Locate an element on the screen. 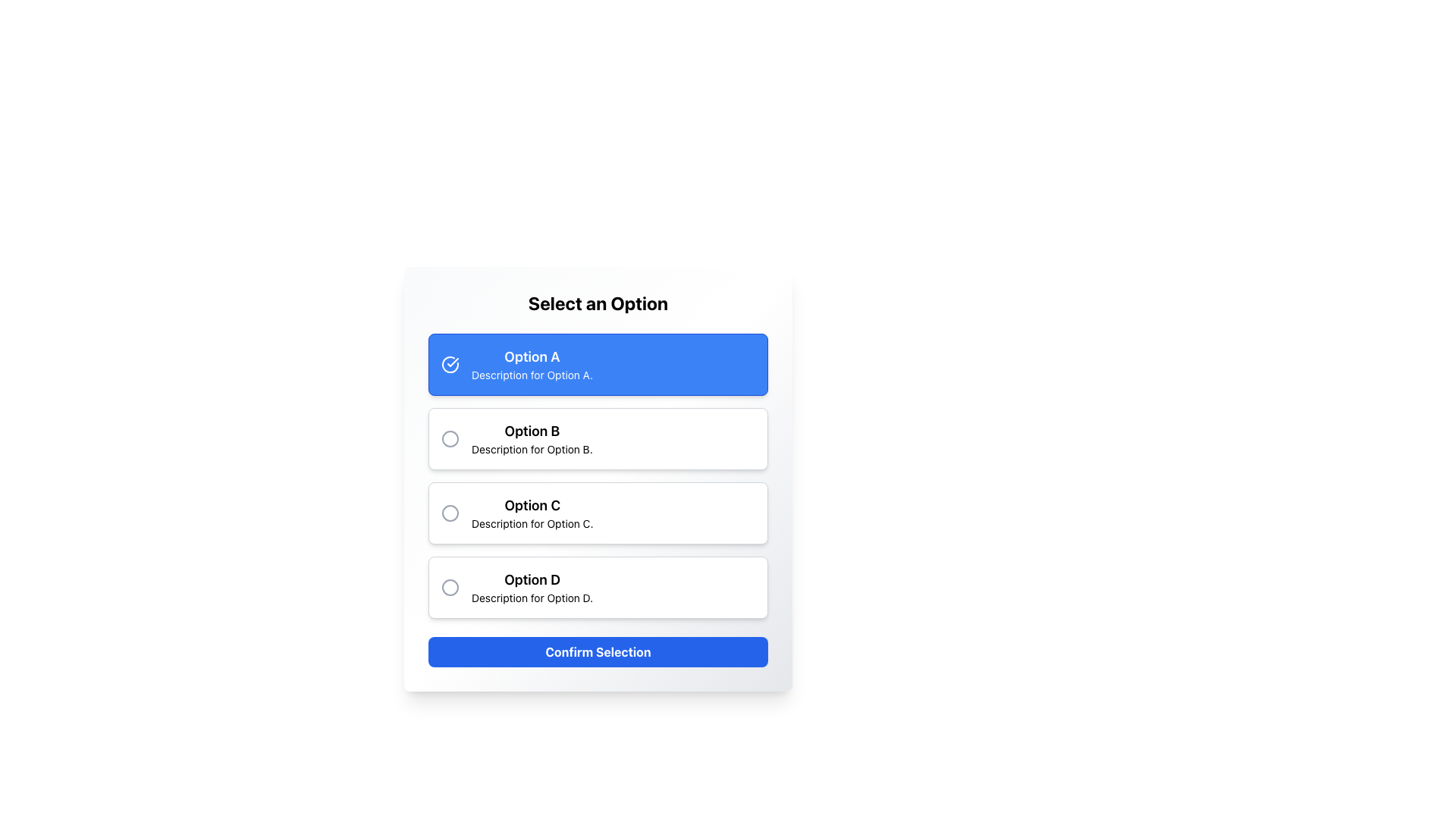  the fourth selectable option, which is a radio button labeled 'Option D' with a description below it, to observe any highlighting or hover effect is located at coordinates (597, 587).